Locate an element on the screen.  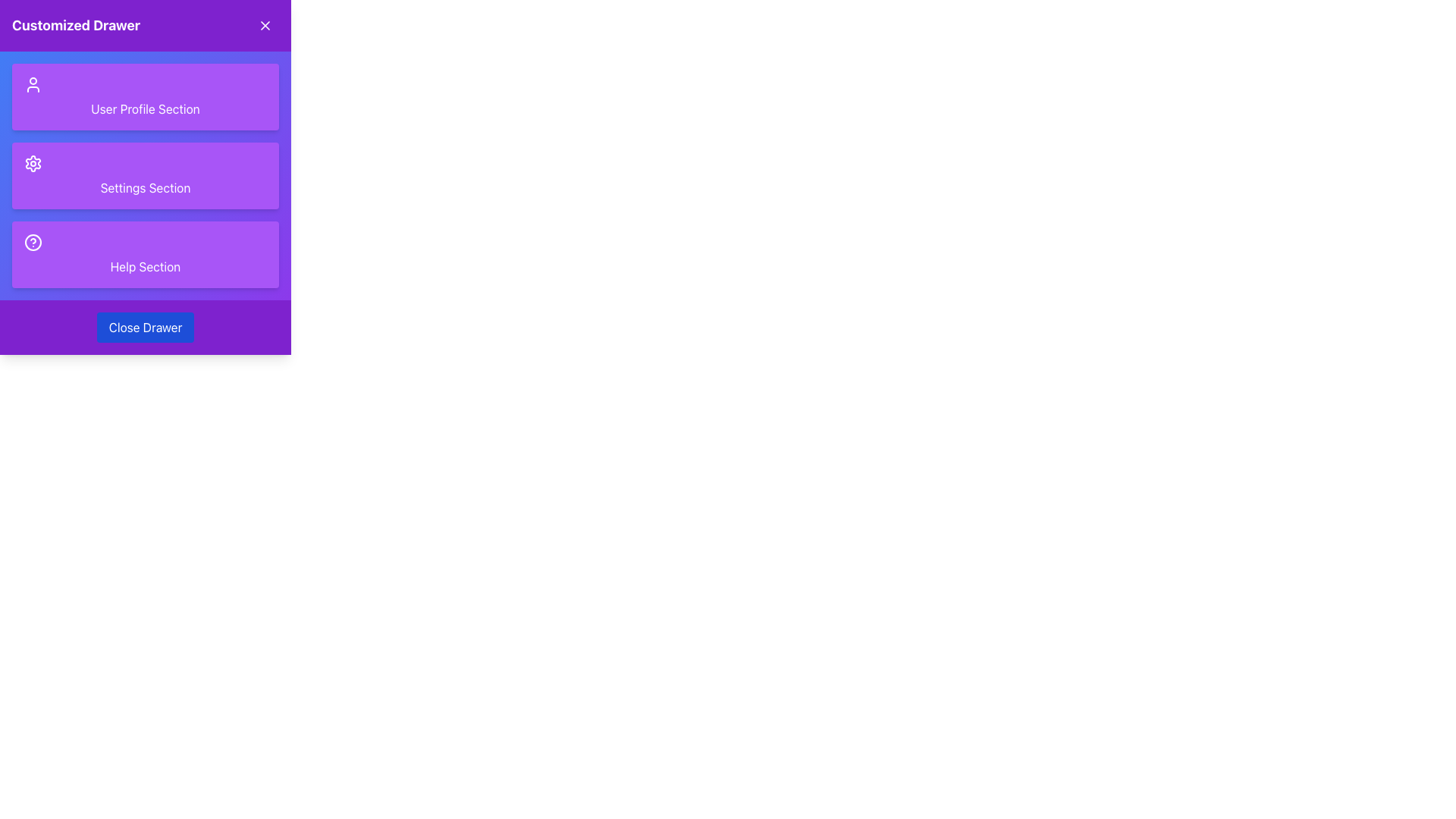
the small graphical icon in the form of a diagonal cross located near the top-right corner of the interface is located at coordinates (265, 26).